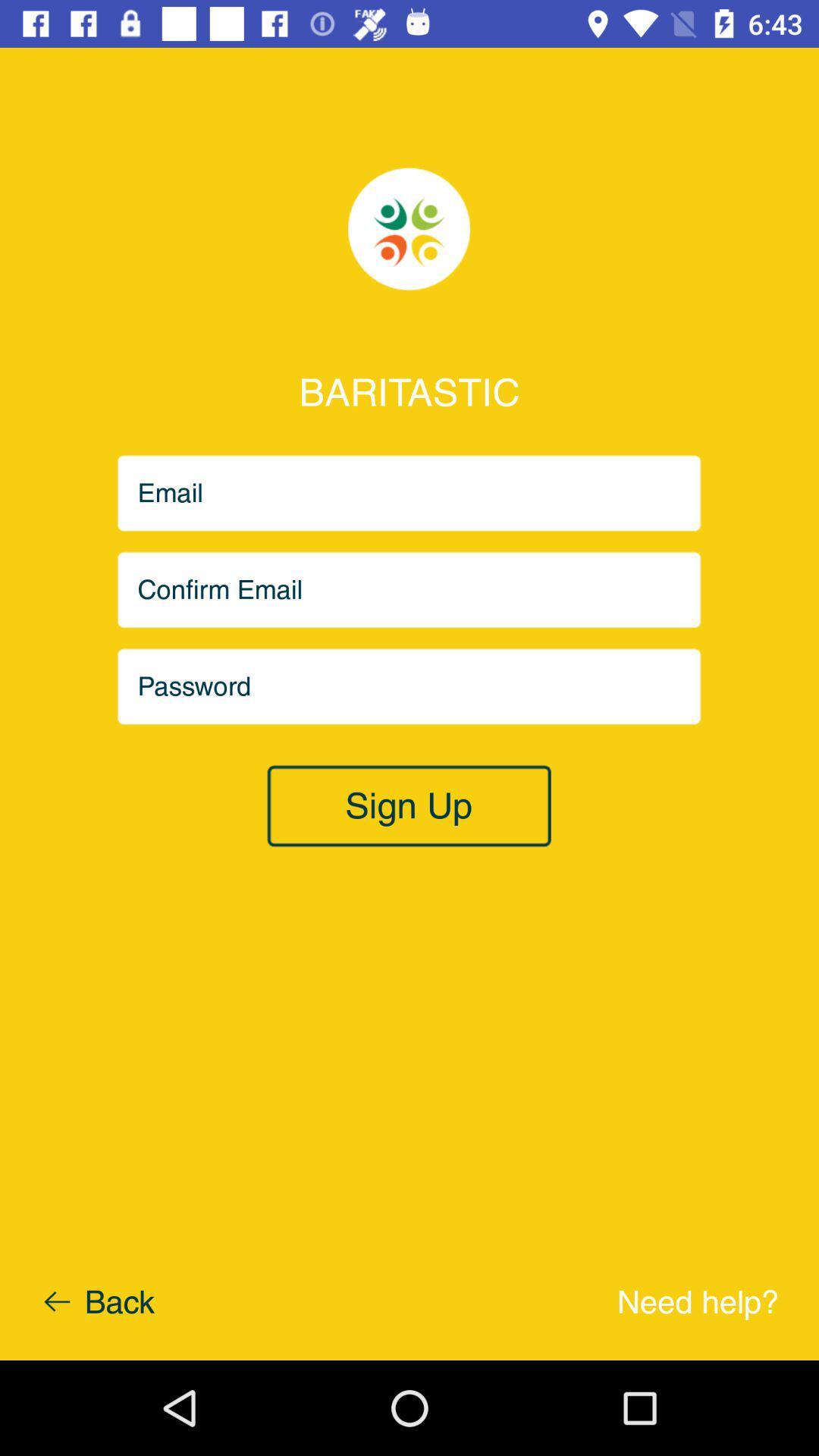 This screenshot has width=819, height=1456. What do you see at coordinates (409, 589) in the screenshot?
I see `shows enter emil area` at bounding box center [409, 589].